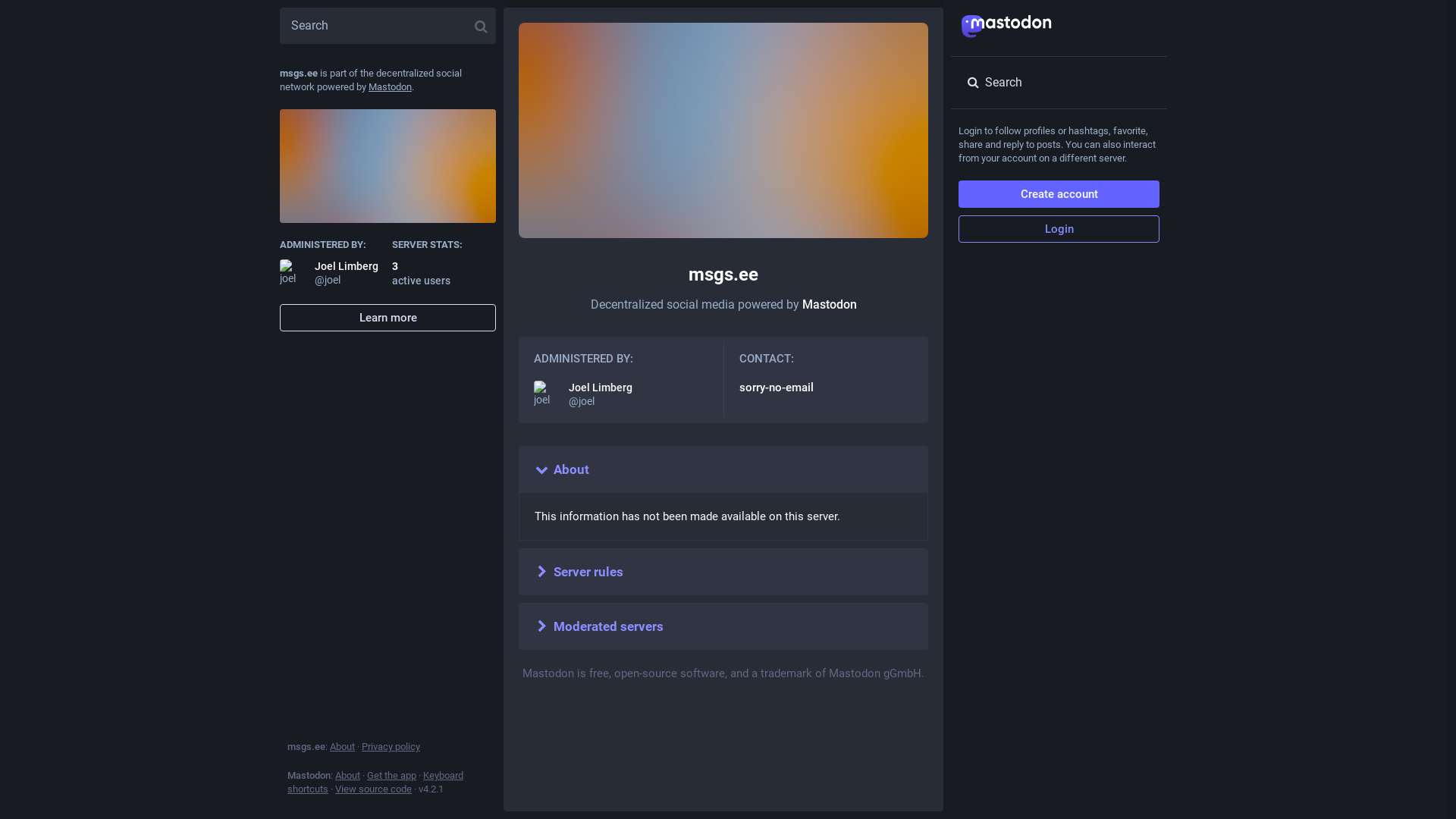  Describe the element at coordinates (621, 394) in the screenshot. I see `'Joel Limberg` at that location.